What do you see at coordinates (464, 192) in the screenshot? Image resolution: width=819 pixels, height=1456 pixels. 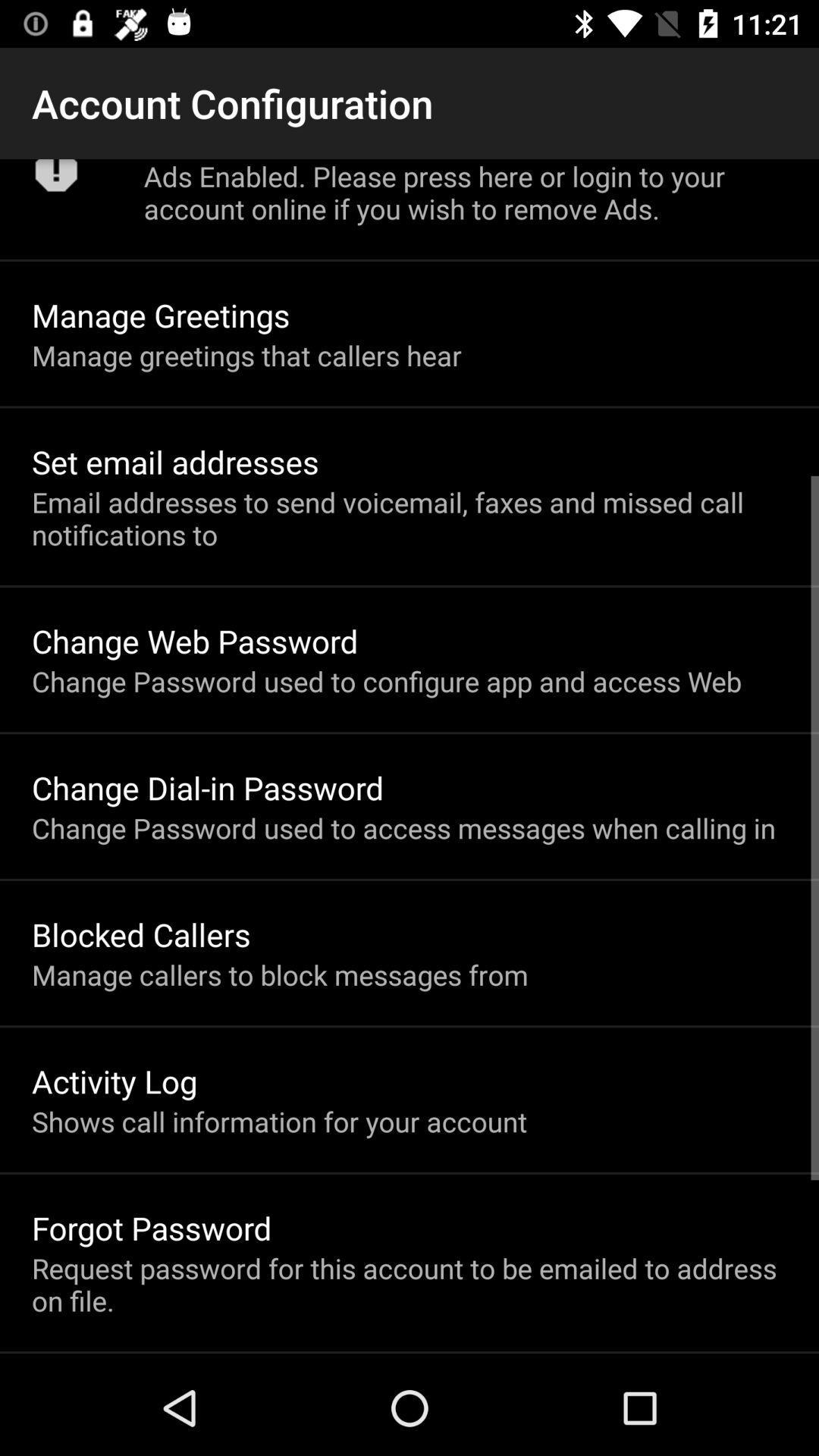 I see `the app above manage greetings icon` at bounding box center [464, 192].